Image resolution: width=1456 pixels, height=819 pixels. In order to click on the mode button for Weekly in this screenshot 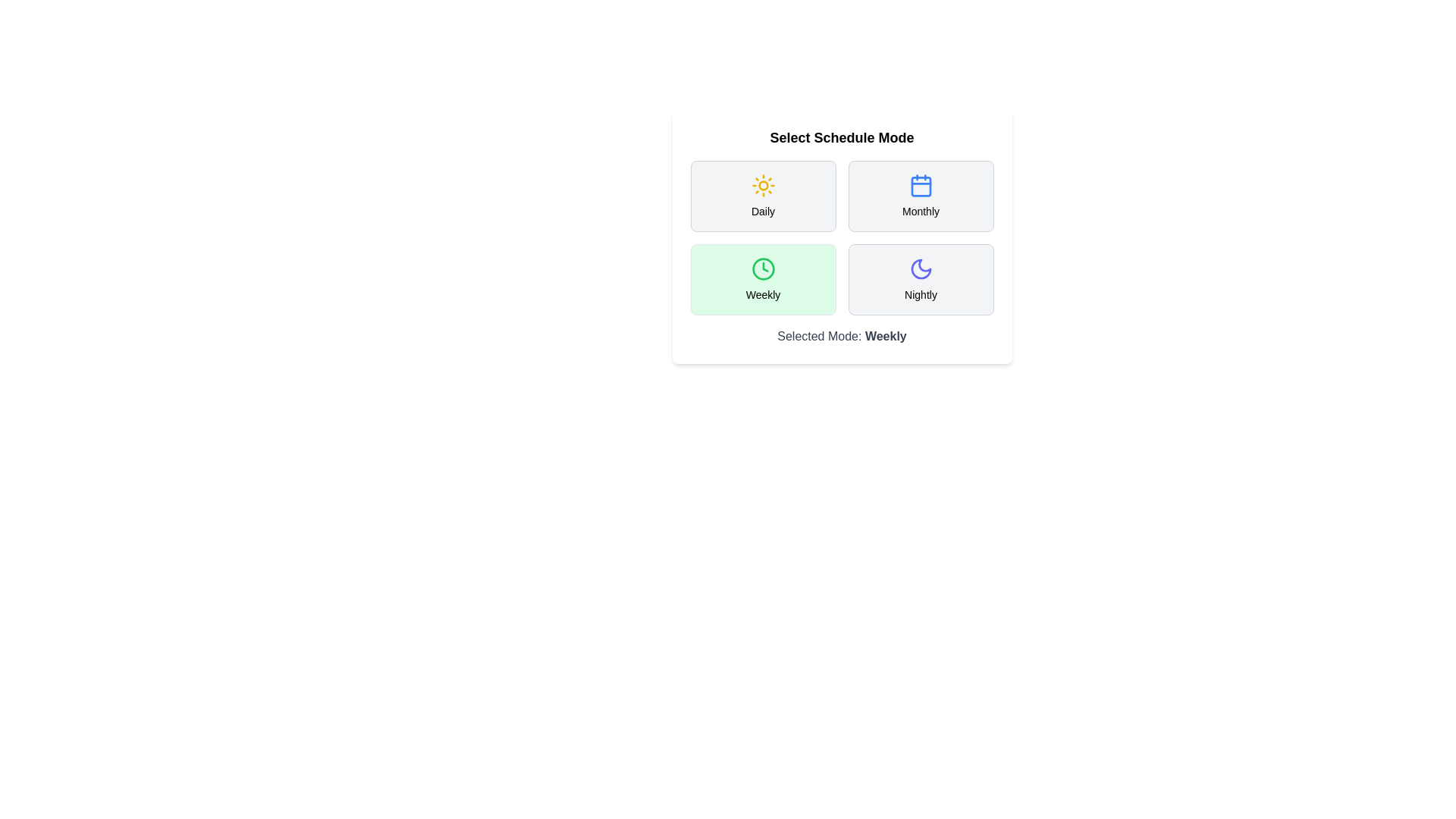, I will do `click(763, 280)`.